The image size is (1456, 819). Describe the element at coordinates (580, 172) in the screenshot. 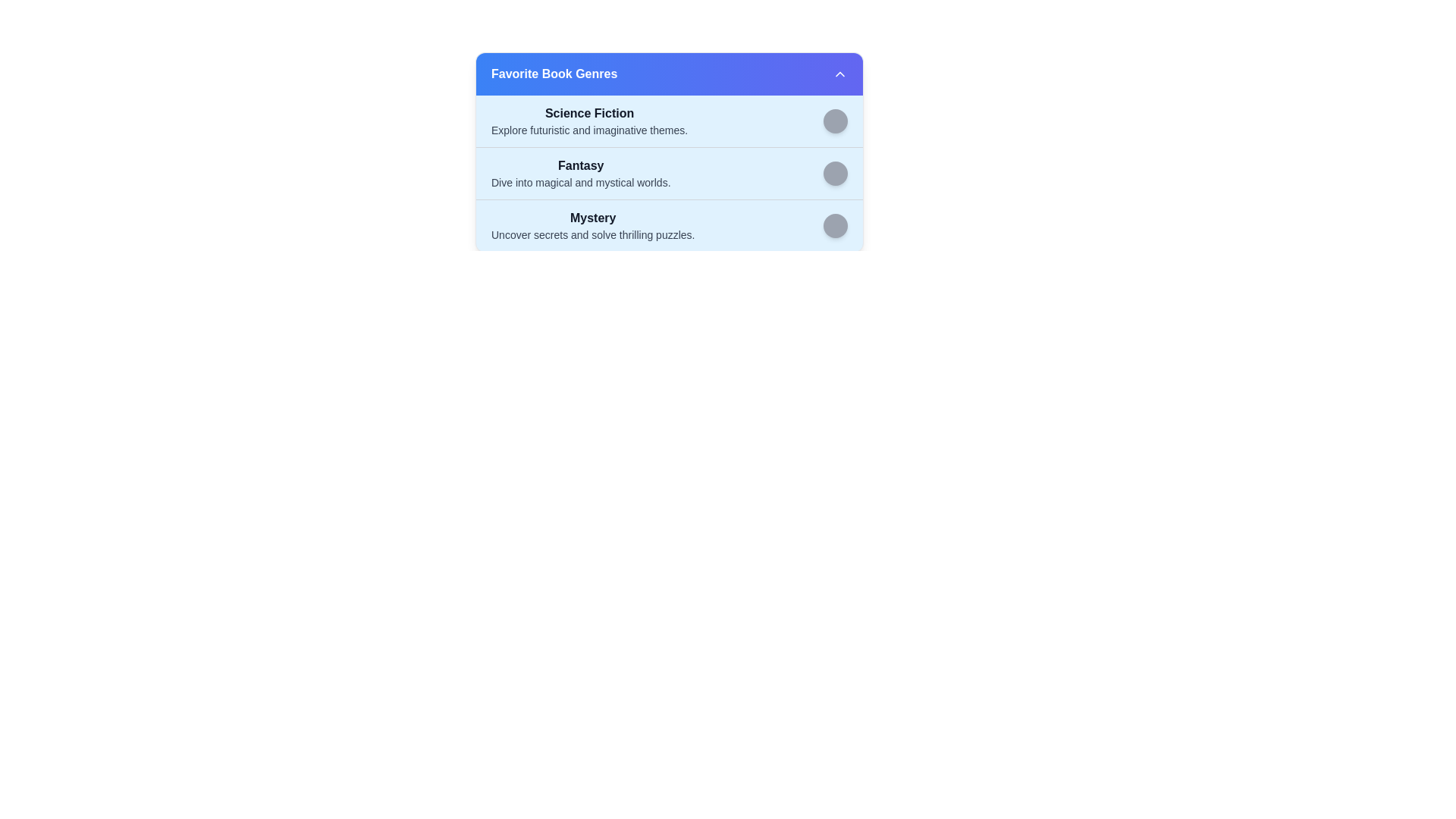

I see `description of the 'Fantasy' genre text block, which is the second entry in a vertically stacked list, positioned below 'Science Fiction' and above 'Mystery'` at that location.